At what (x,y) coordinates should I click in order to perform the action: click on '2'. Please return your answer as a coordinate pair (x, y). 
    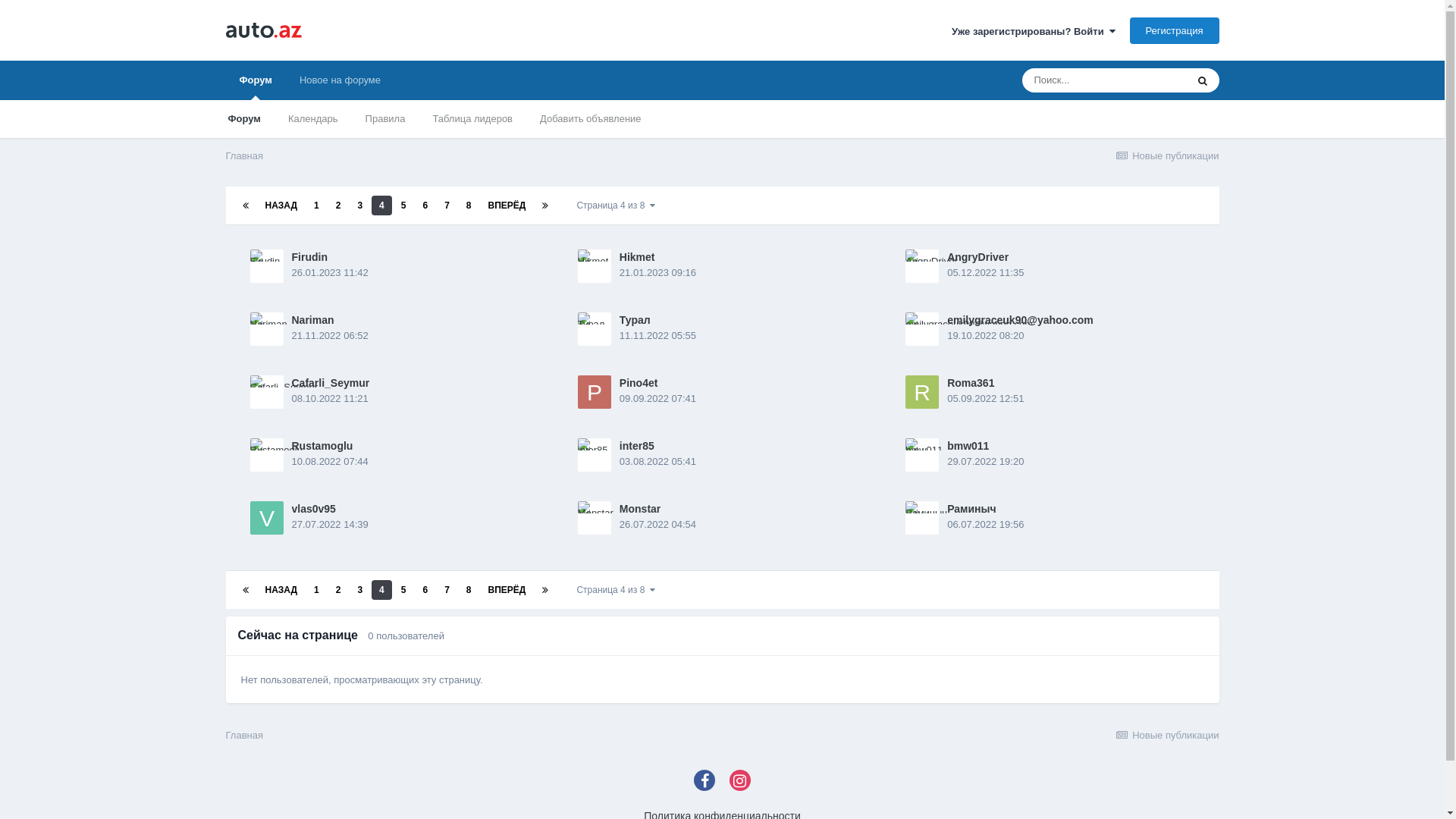
    Looking at the image, I should click on (337, 588).